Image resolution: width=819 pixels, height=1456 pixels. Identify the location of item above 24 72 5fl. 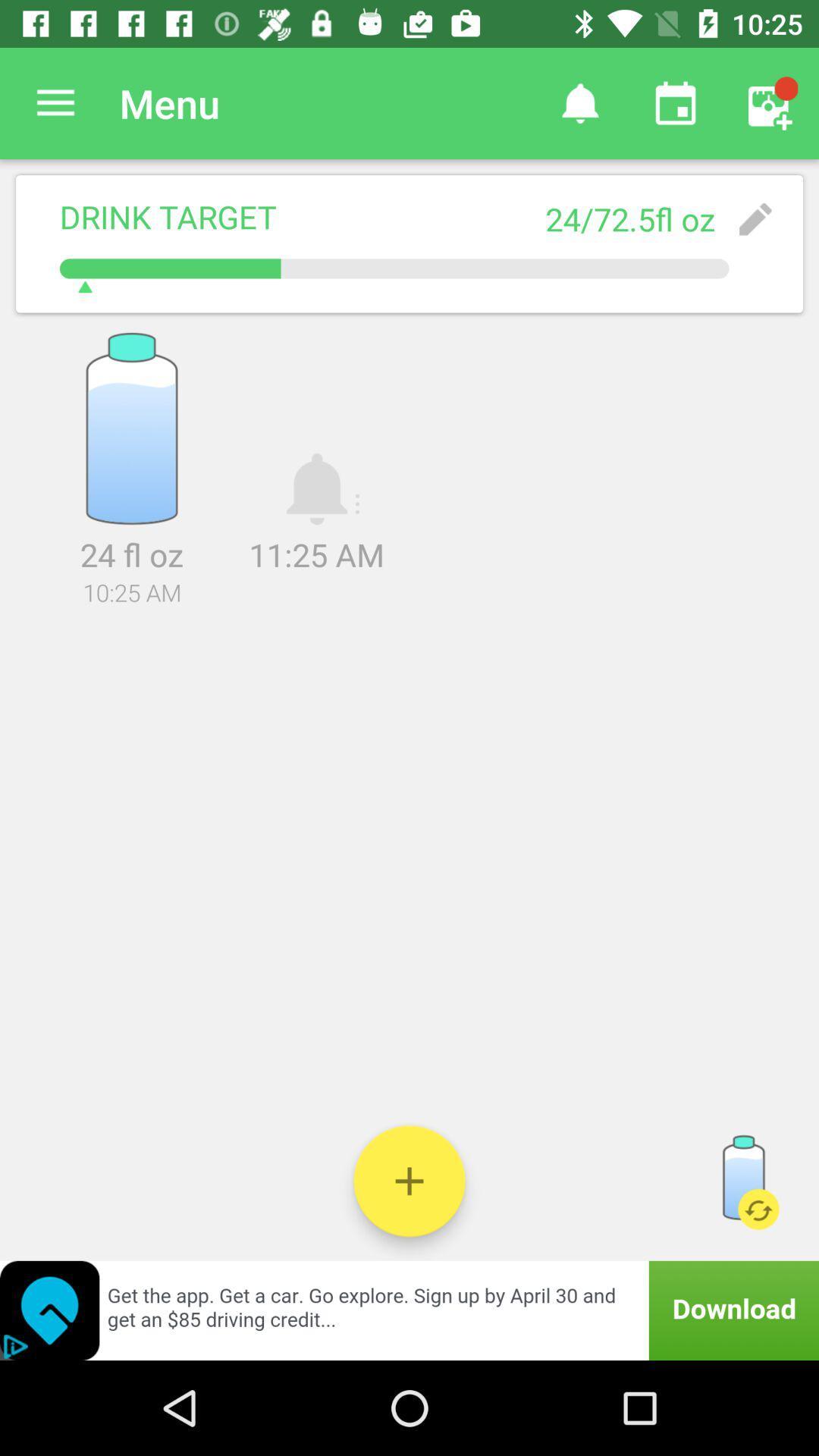
(675, 102).